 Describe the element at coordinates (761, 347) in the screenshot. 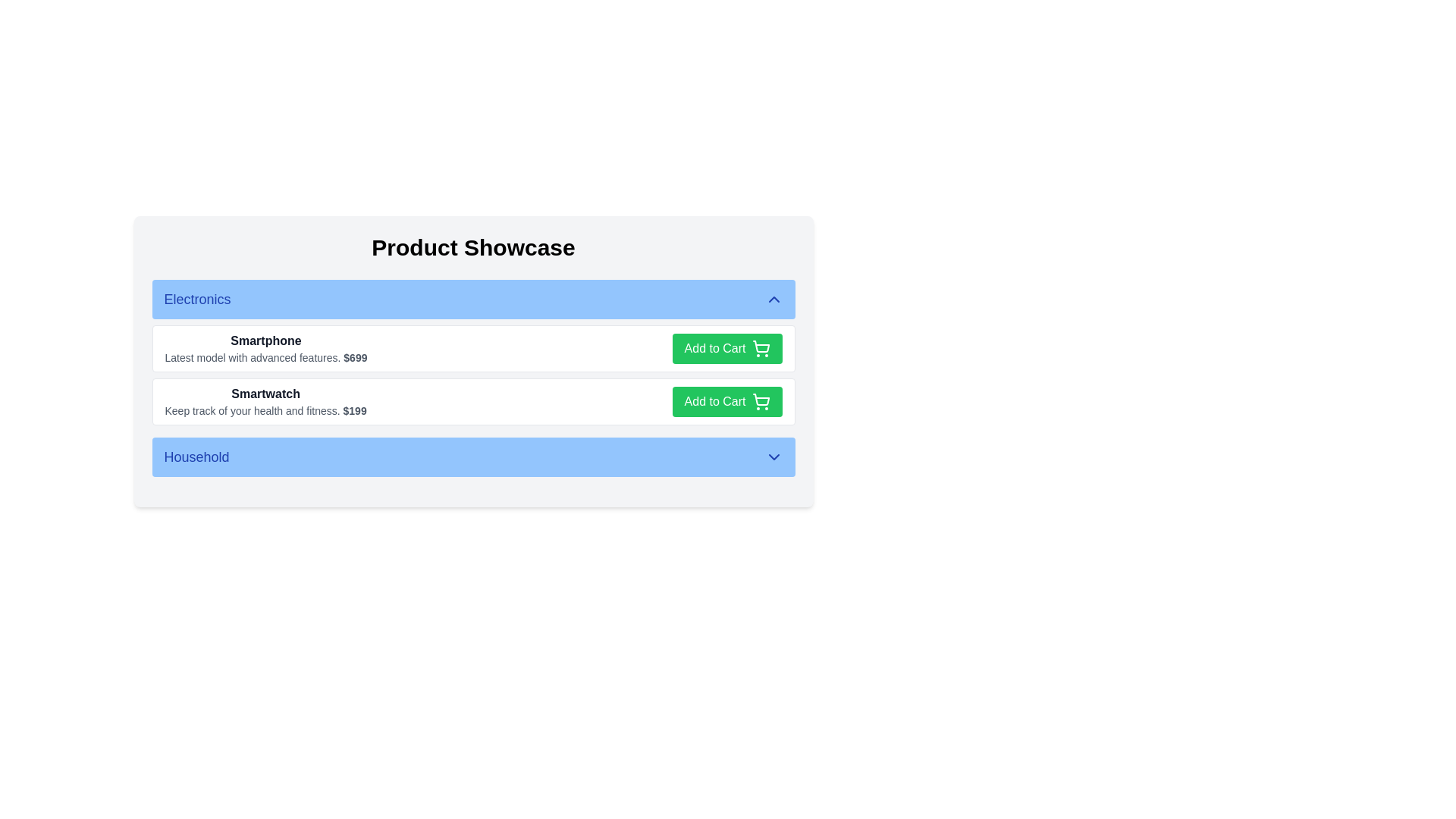

I see `the shopping cart icon located within the 'Add to Cart' button for the 'Smartphone' product option in the 'Electronics' category` at that location.